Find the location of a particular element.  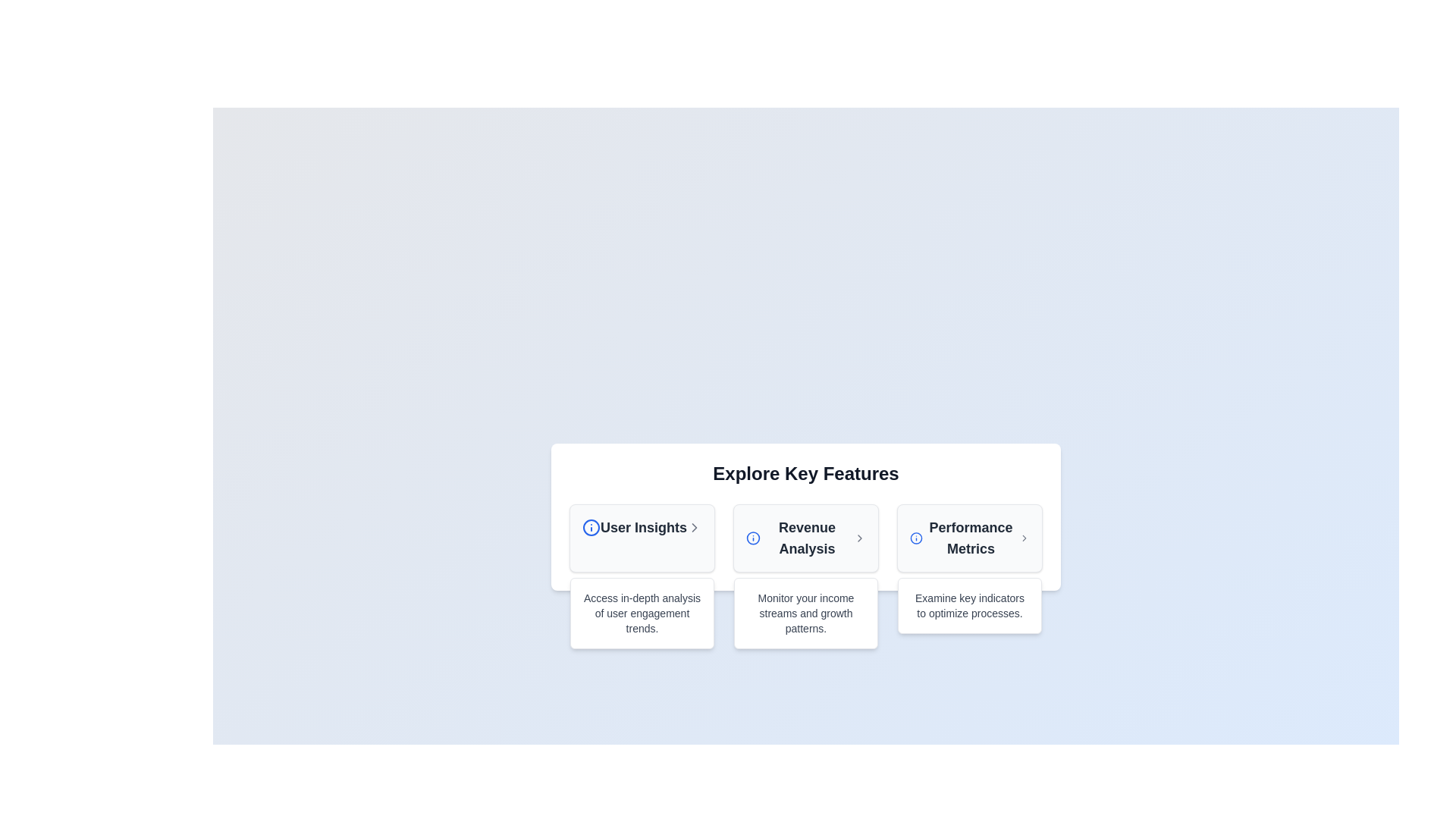

the text label for 'Performance Metrics', which is located in the bottom-right part of a row of elements labeled 'User Insights', 'Revenue Analysis', and 'Performance Metrics' is located at coordinates (971, 537).